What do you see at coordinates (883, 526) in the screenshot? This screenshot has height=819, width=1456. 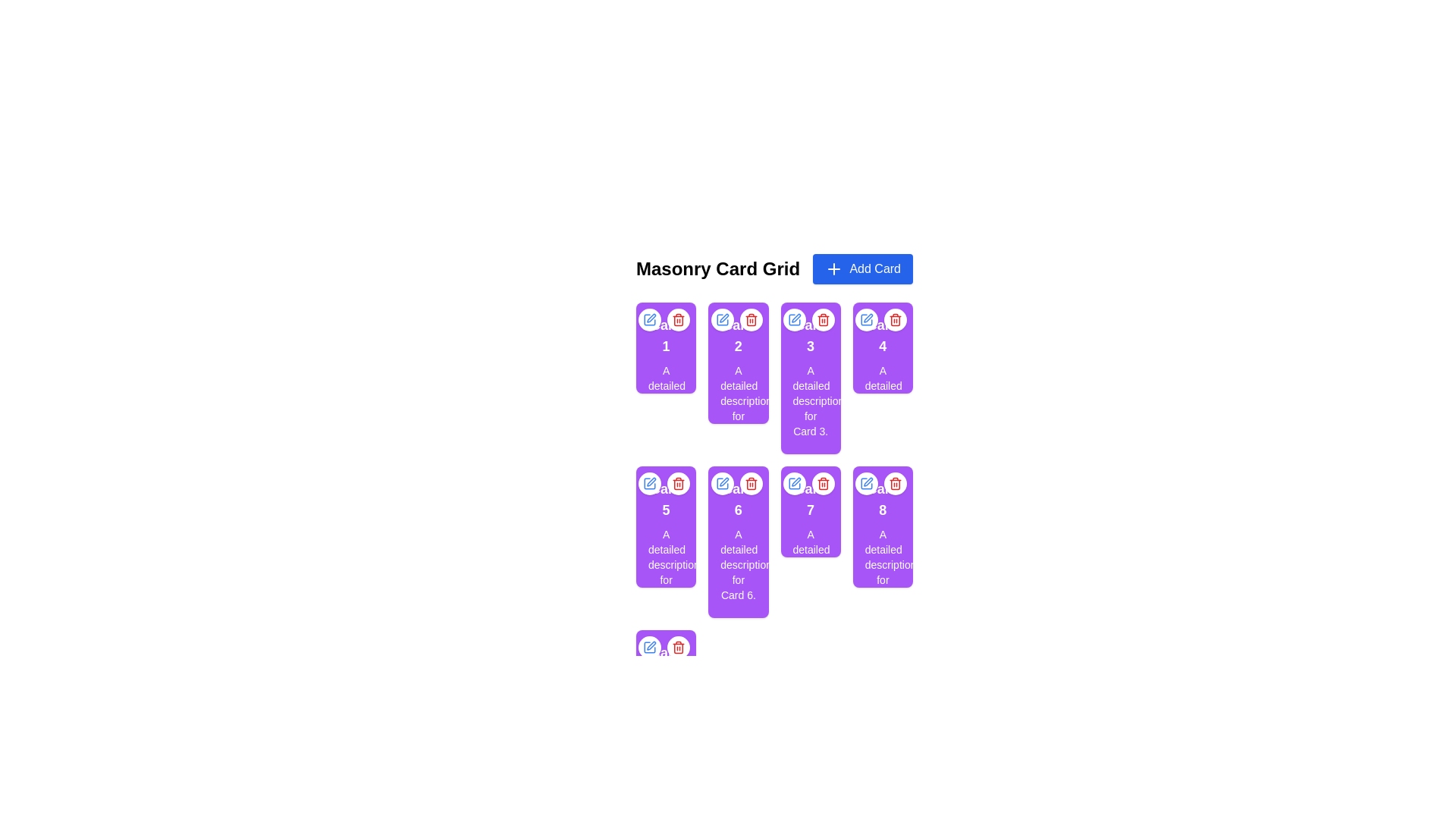 I see `the informational card detailing 'Card 8', which is located in the fourth column and second row of the grid layout` at bounding box center [883, 526].